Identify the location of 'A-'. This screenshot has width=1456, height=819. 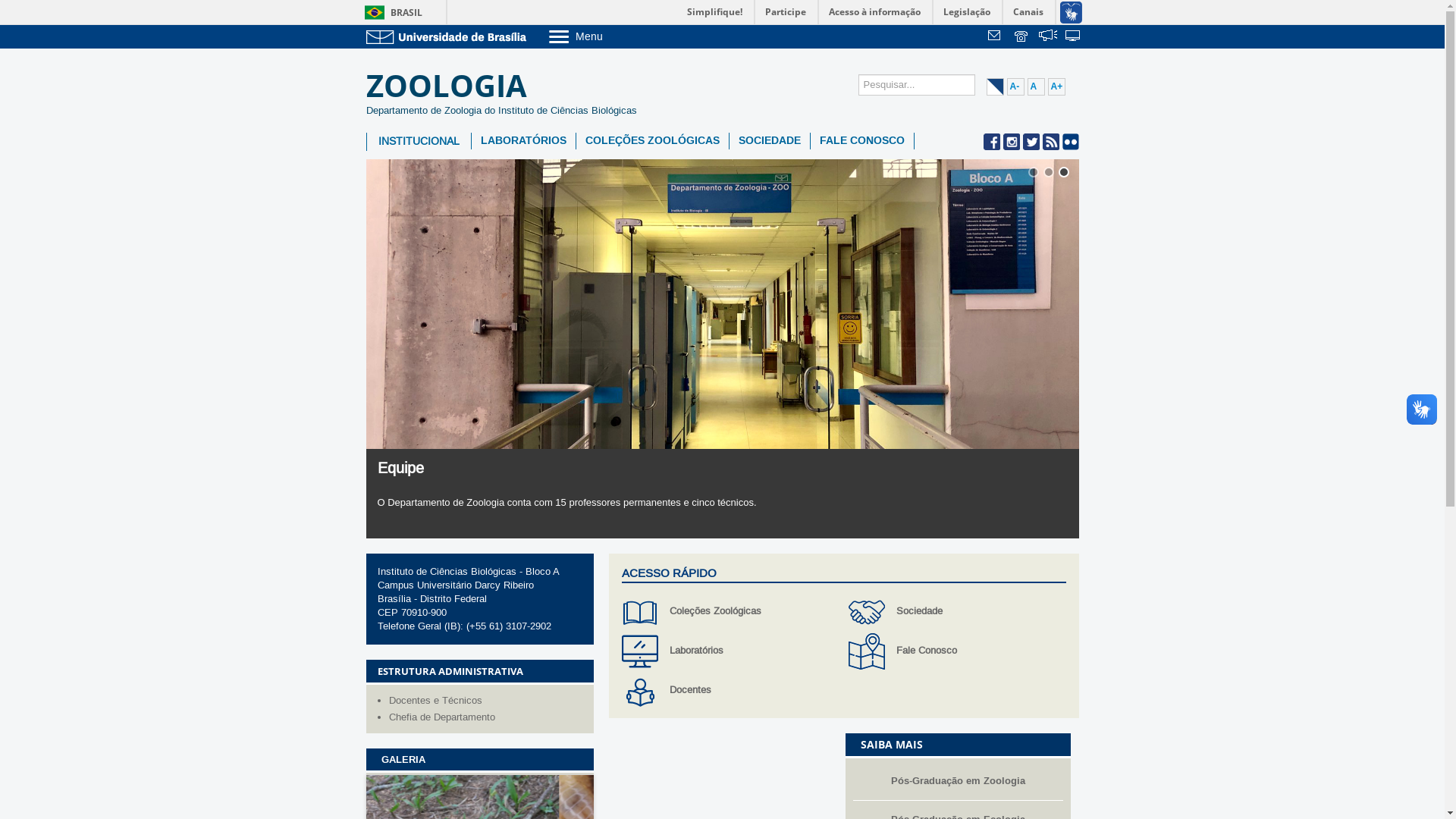
(1015, 86).